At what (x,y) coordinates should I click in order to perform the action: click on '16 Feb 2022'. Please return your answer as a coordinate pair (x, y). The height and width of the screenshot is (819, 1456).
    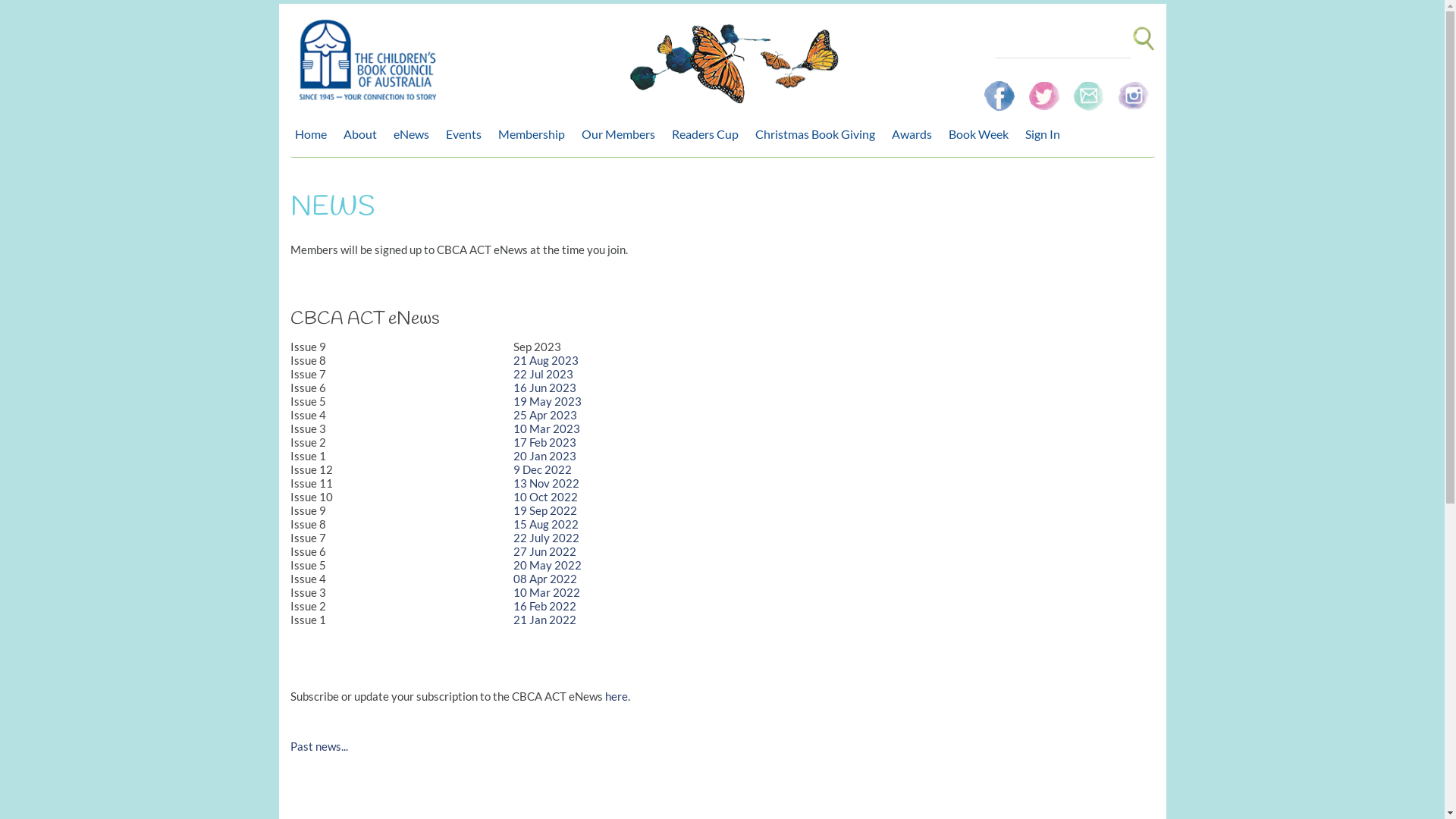
    Looking at the image, I should click on (513, 604).